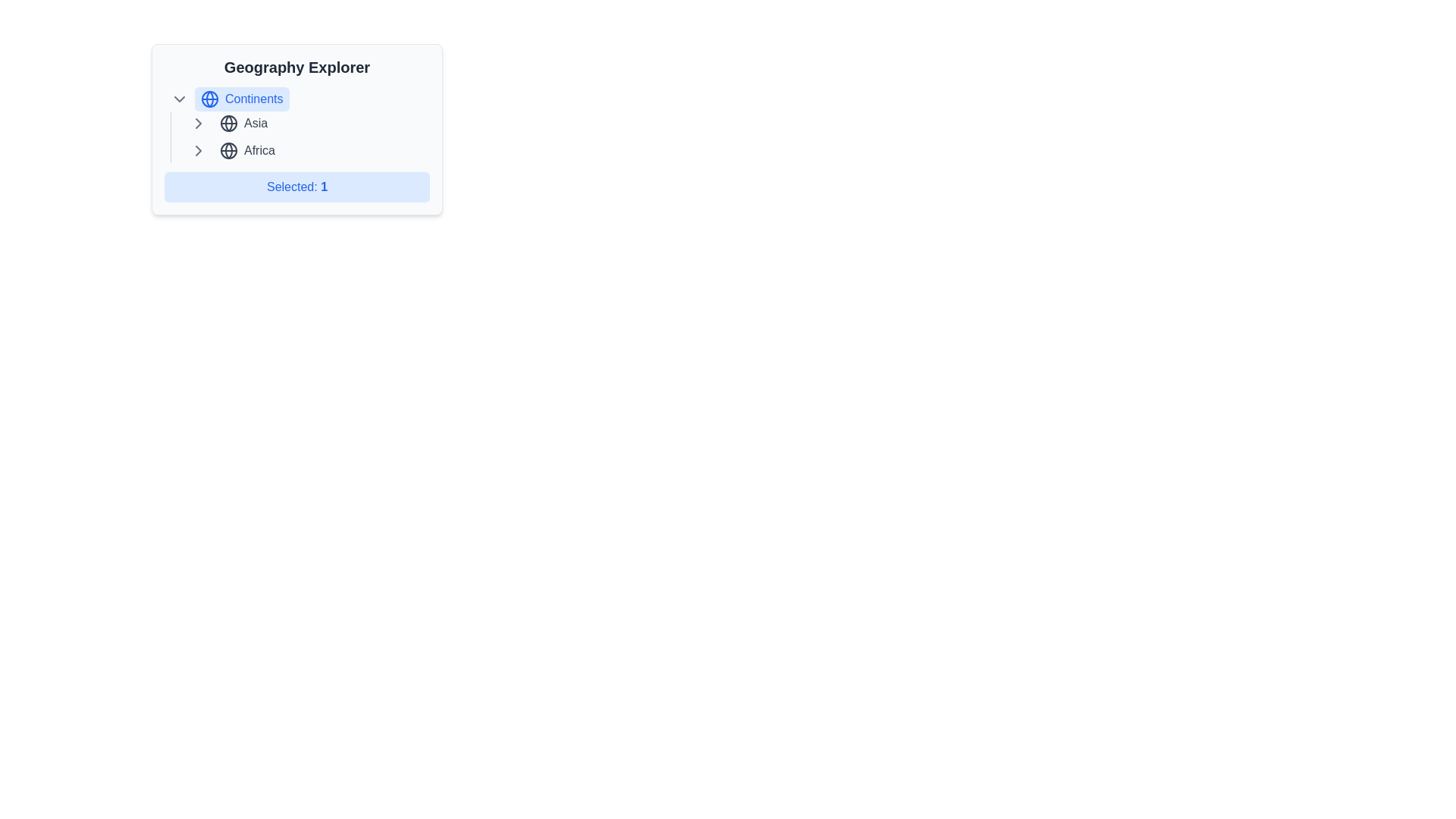  What do you see at coordinates (254, 99) in the screenshot?
I see `the static text label located to the right of the globe icon in the 'Geography Explorer' section` at bounding box center [254, 99].